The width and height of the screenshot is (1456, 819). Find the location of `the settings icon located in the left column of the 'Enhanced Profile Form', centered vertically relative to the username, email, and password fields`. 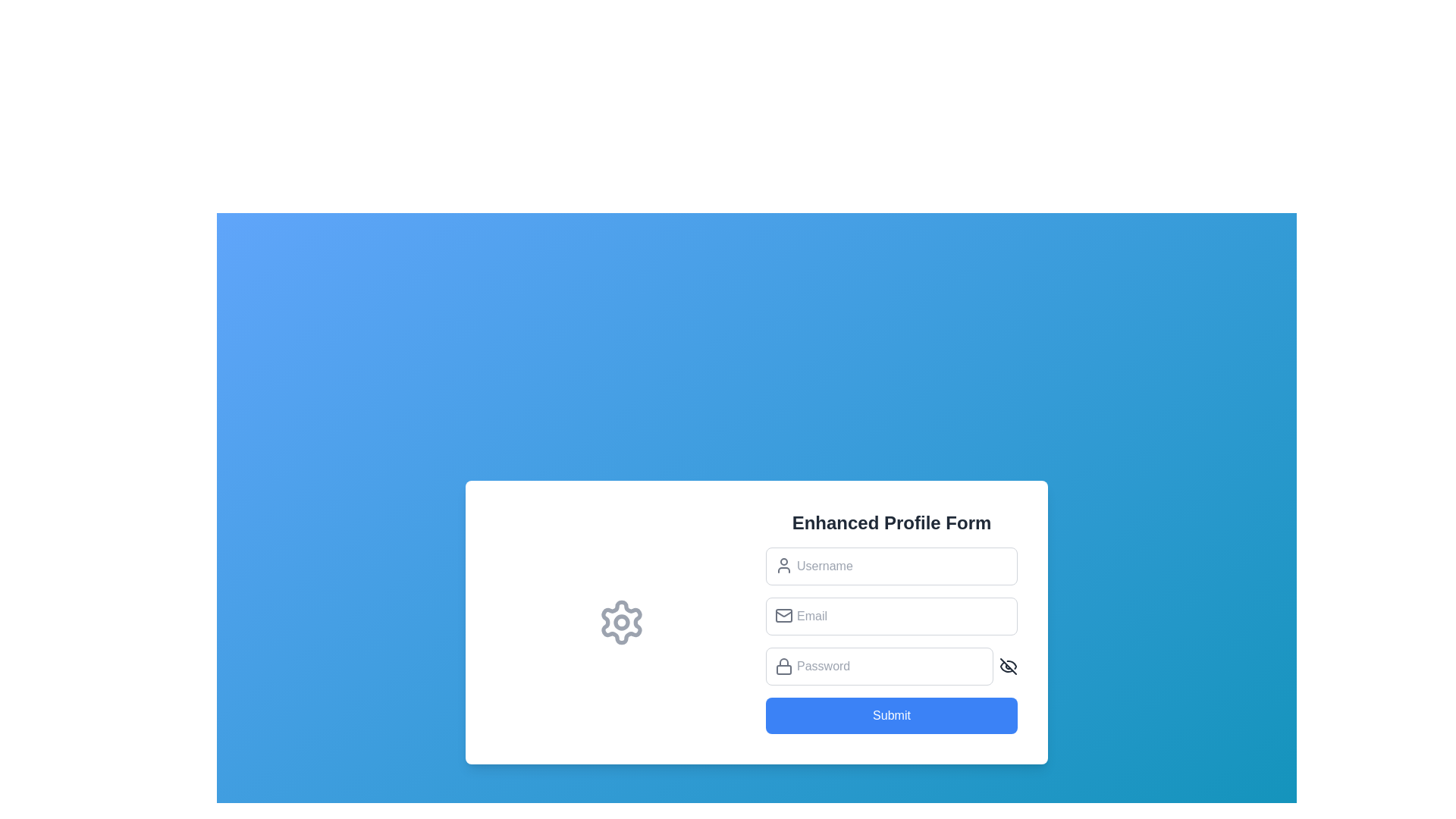

the settings icon located in the left column of the 'Enhanced Profile Form', centered vertically relative to the username, email, and password fields is located at coordinates (622, 623).